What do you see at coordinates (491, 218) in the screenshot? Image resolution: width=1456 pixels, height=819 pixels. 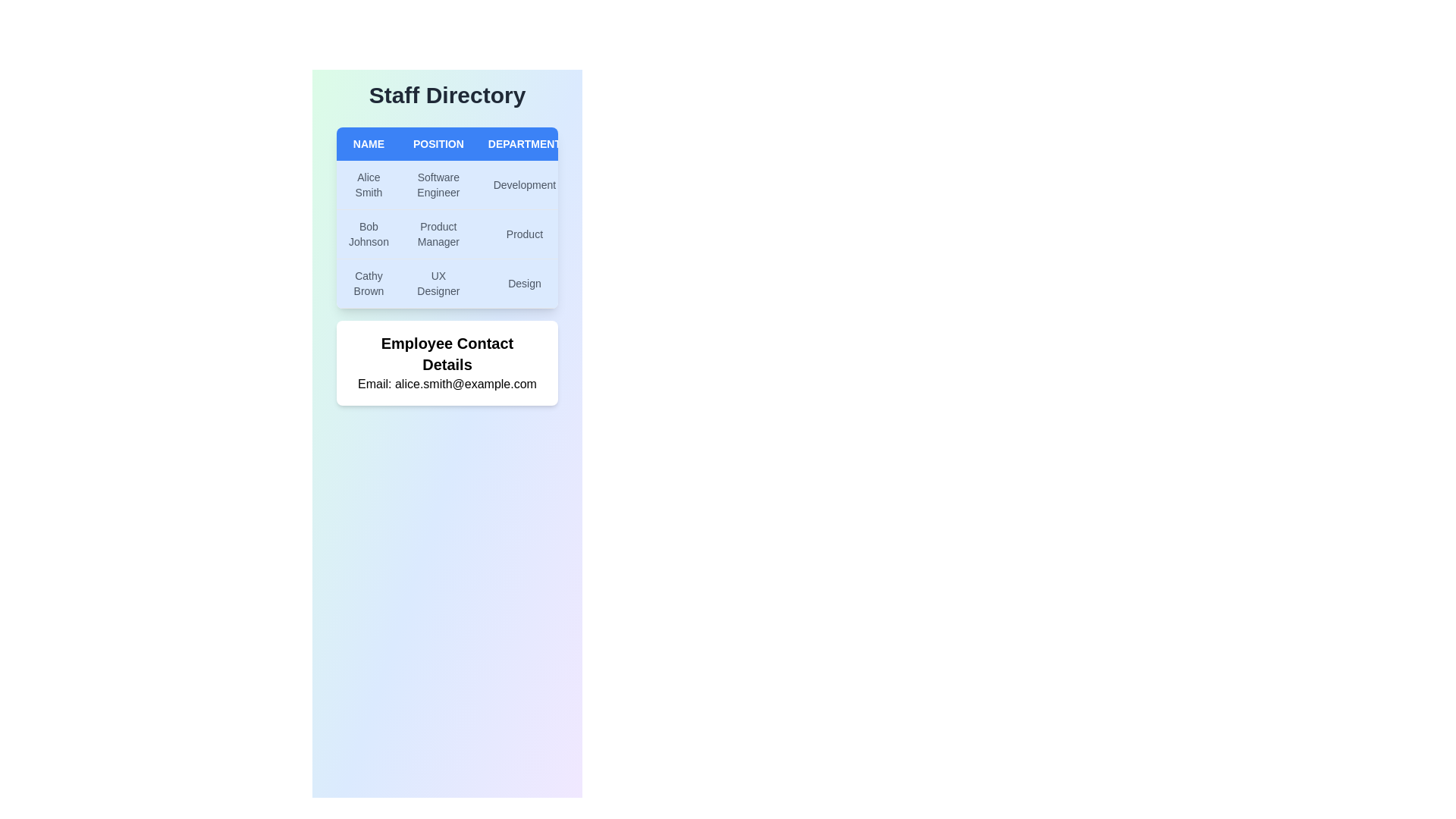 I see `the second row of the table with a light blue background that contains columns for 'Name', 'Position', 'Department', and 'Actions'` at bounding box center [491, 218].